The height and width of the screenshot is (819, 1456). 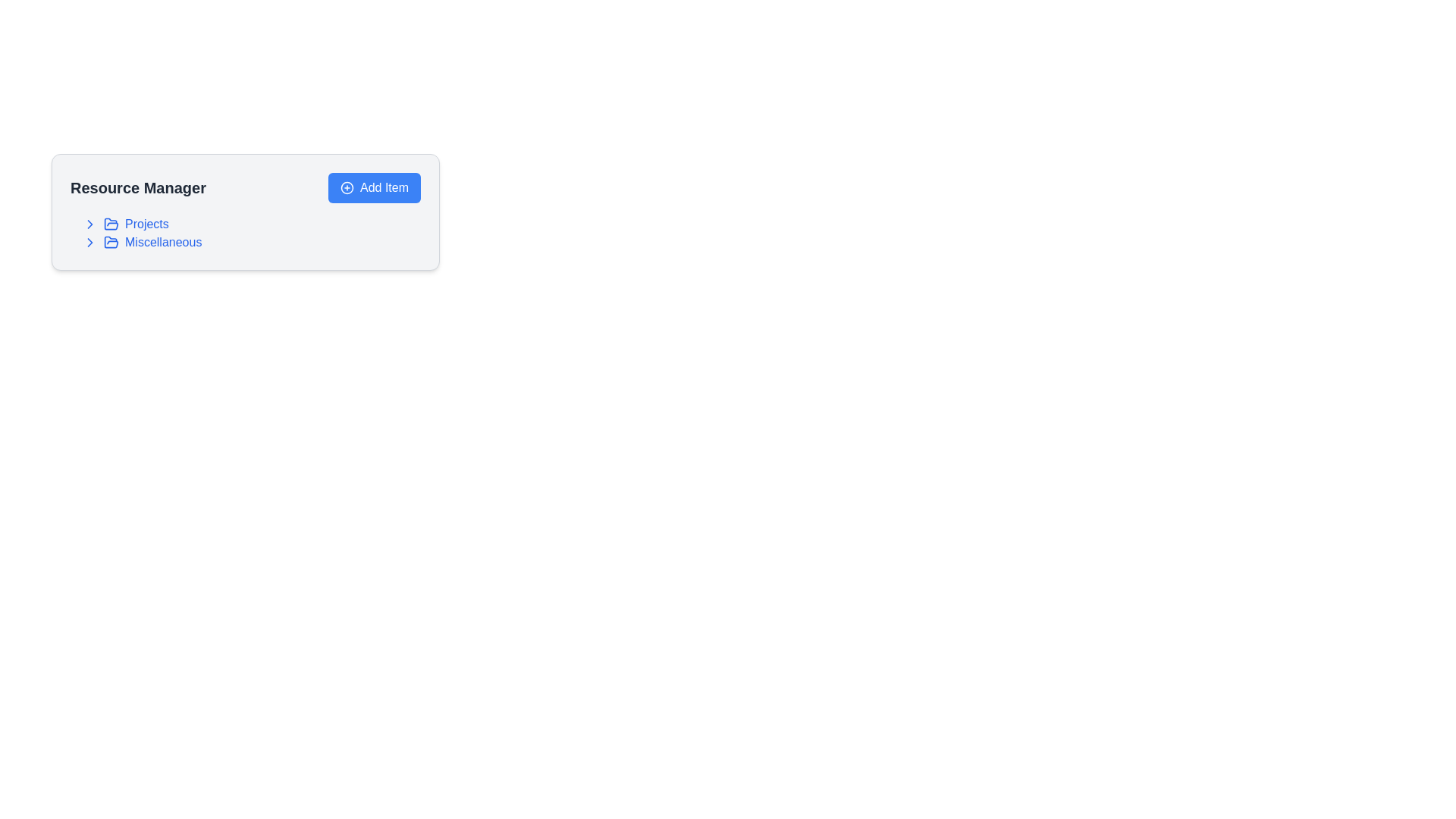 What do you see at coordinates (111, 224) in the screenshot?
I see `the folder icon indicating 'Projects', which is positioned between a chevron icon and the text 'Projects'` at bounding box center [111, 224].